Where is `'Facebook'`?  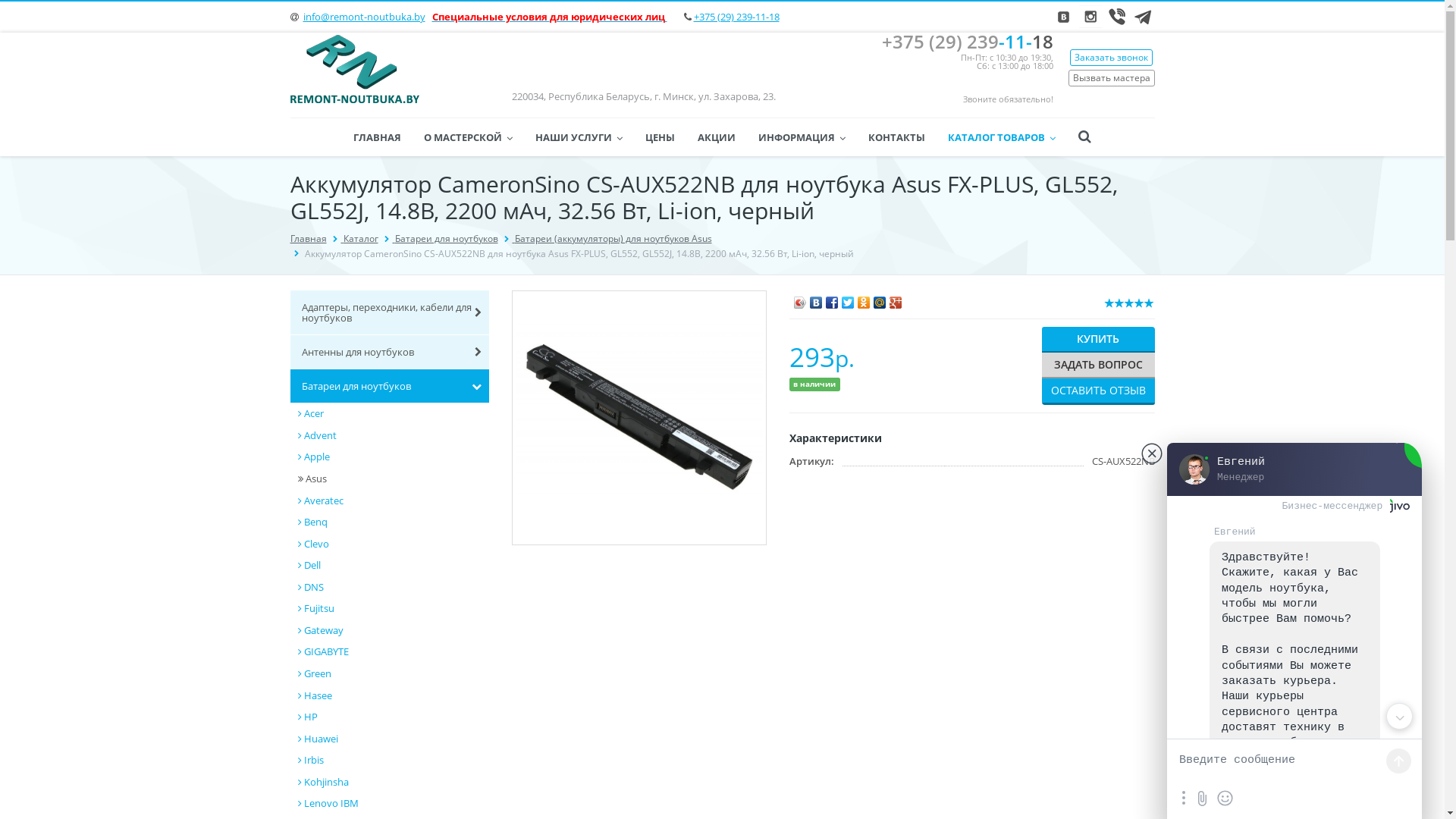
'Facebook' is located at coordinates (823, 298).